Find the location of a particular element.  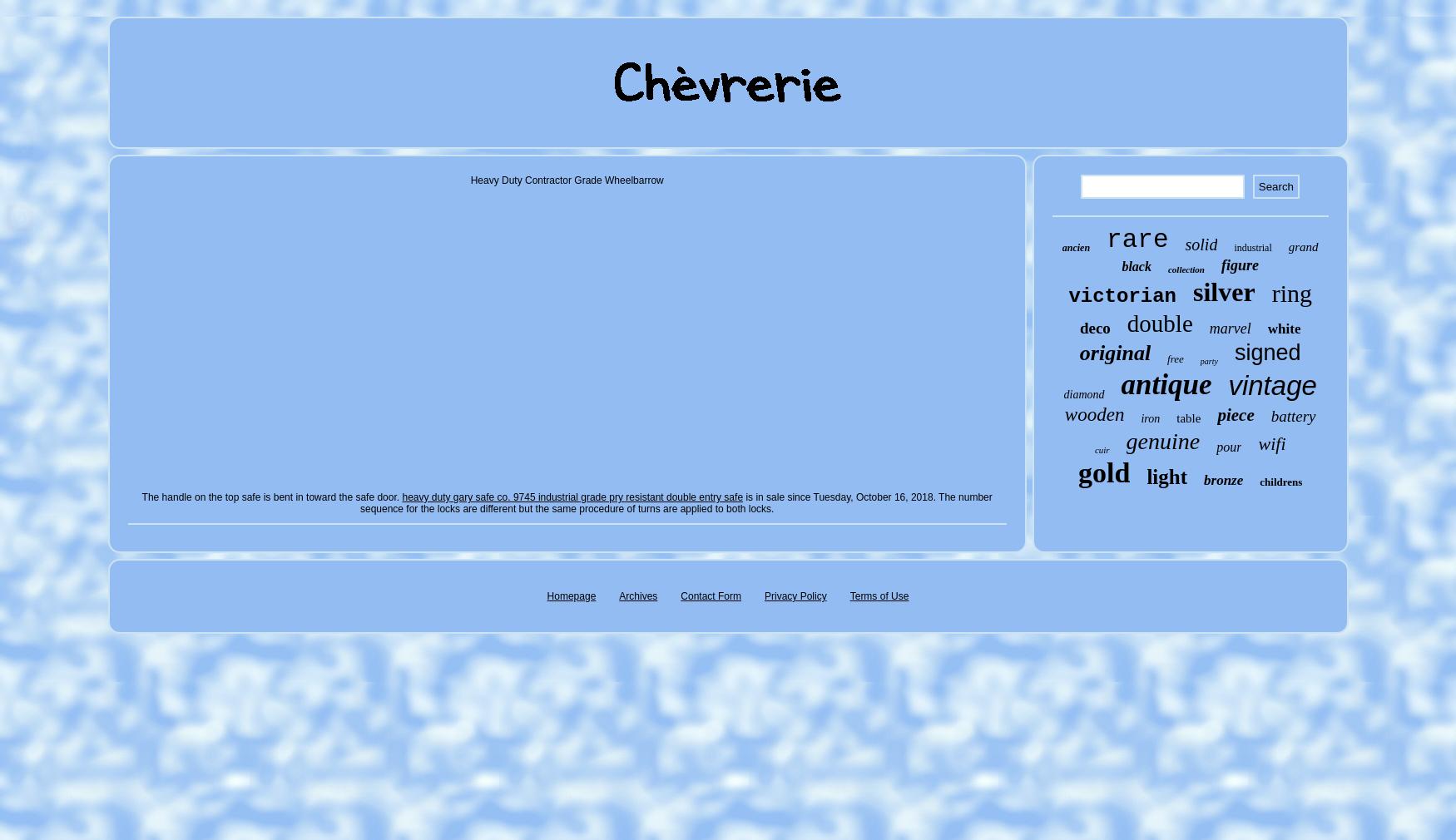

'party' is located at coordinates (1208, 361).